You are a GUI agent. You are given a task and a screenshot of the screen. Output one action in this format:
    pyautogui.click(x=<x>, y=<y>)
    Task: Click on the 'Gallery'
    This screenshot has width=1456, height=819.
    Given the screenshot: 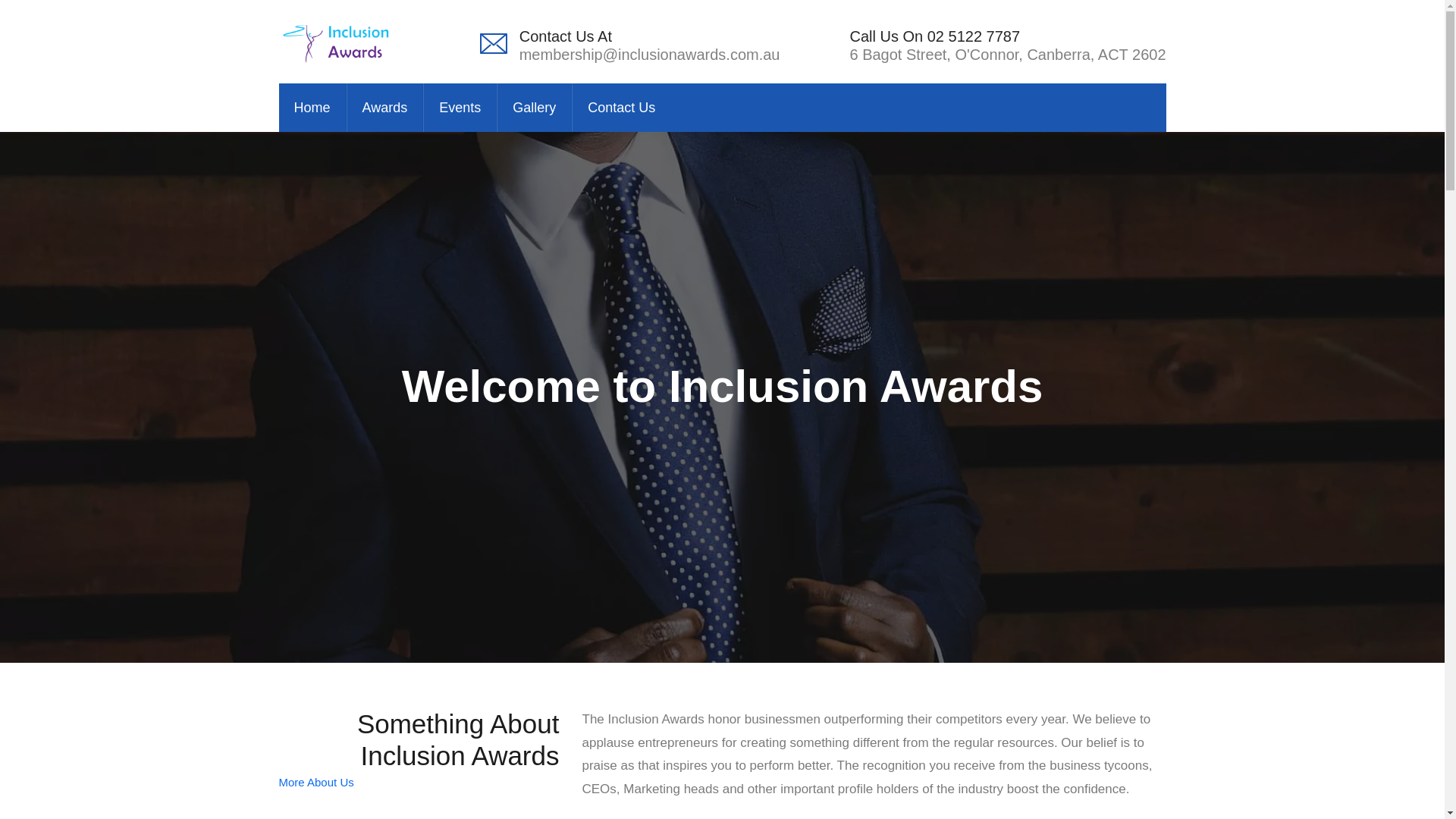 What is the action you would take?
    pyautogui.click(x=534, y=107)
    